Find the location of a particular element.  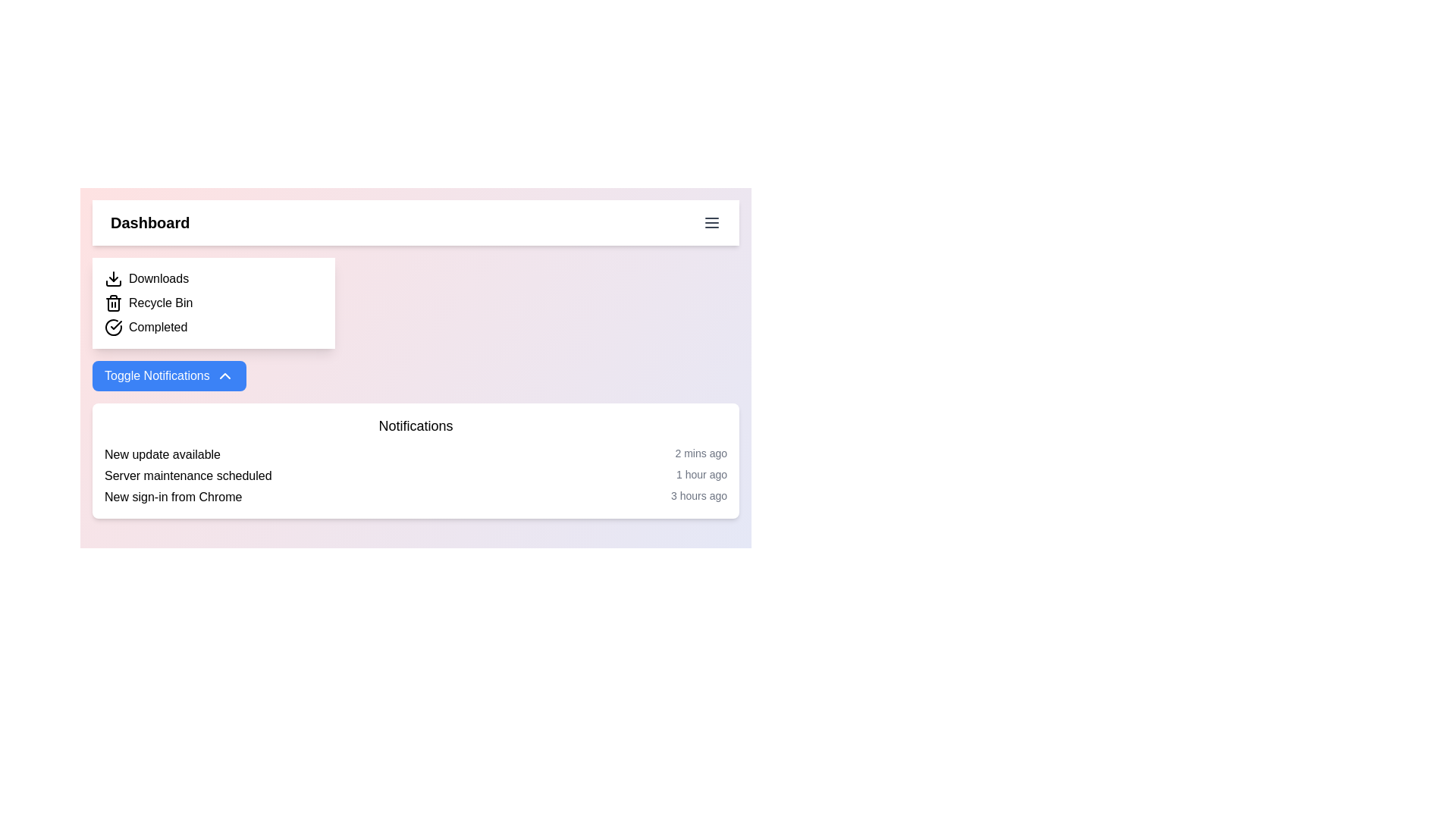

the hamburger menu button located at the top-right corner of the header bar is located at coordinates (711, 222).